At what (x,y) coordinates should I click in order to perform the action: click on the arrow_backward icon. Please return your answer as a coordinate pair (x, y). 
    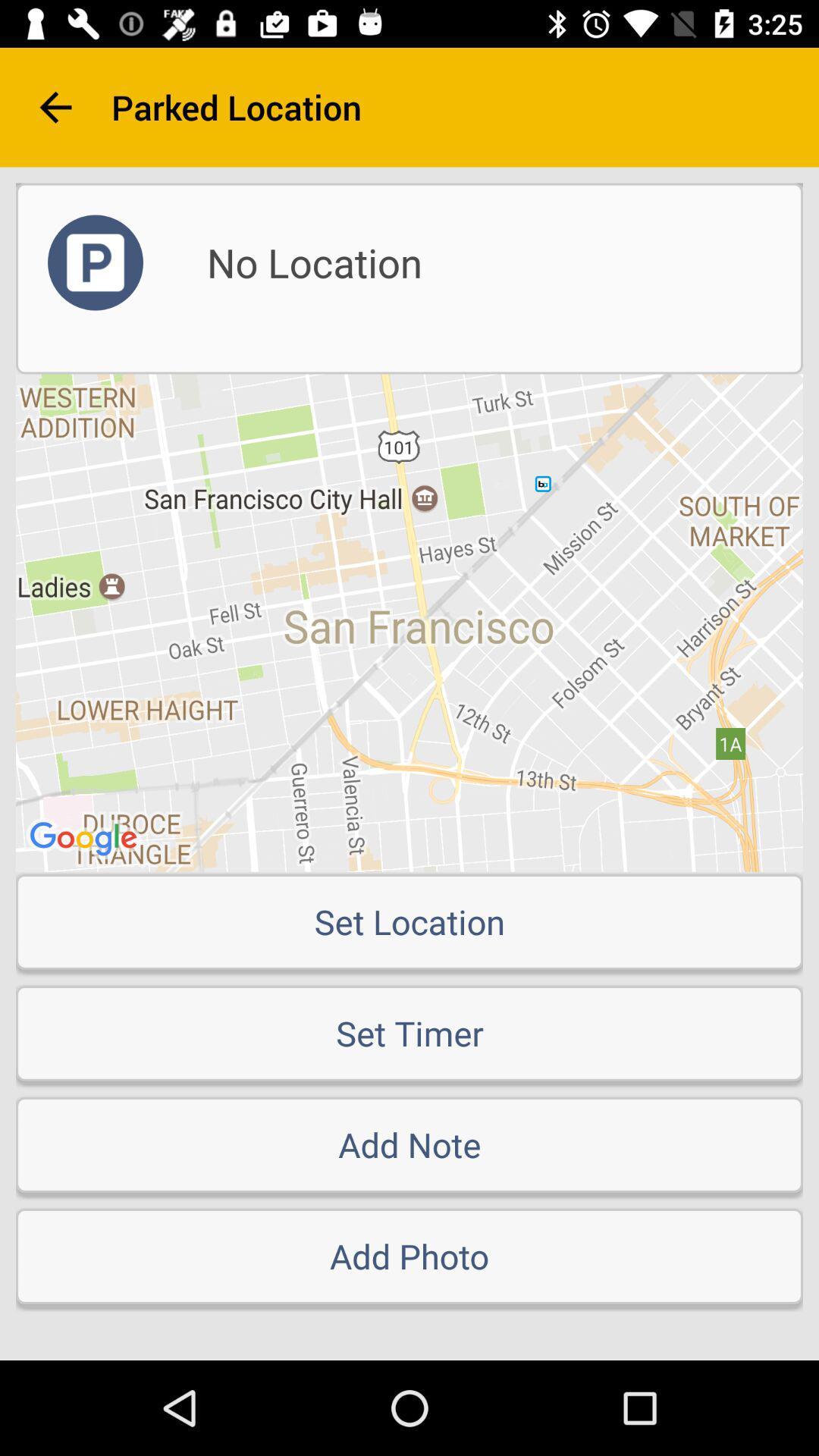
    Looking at the image, I should click on (55, 106).